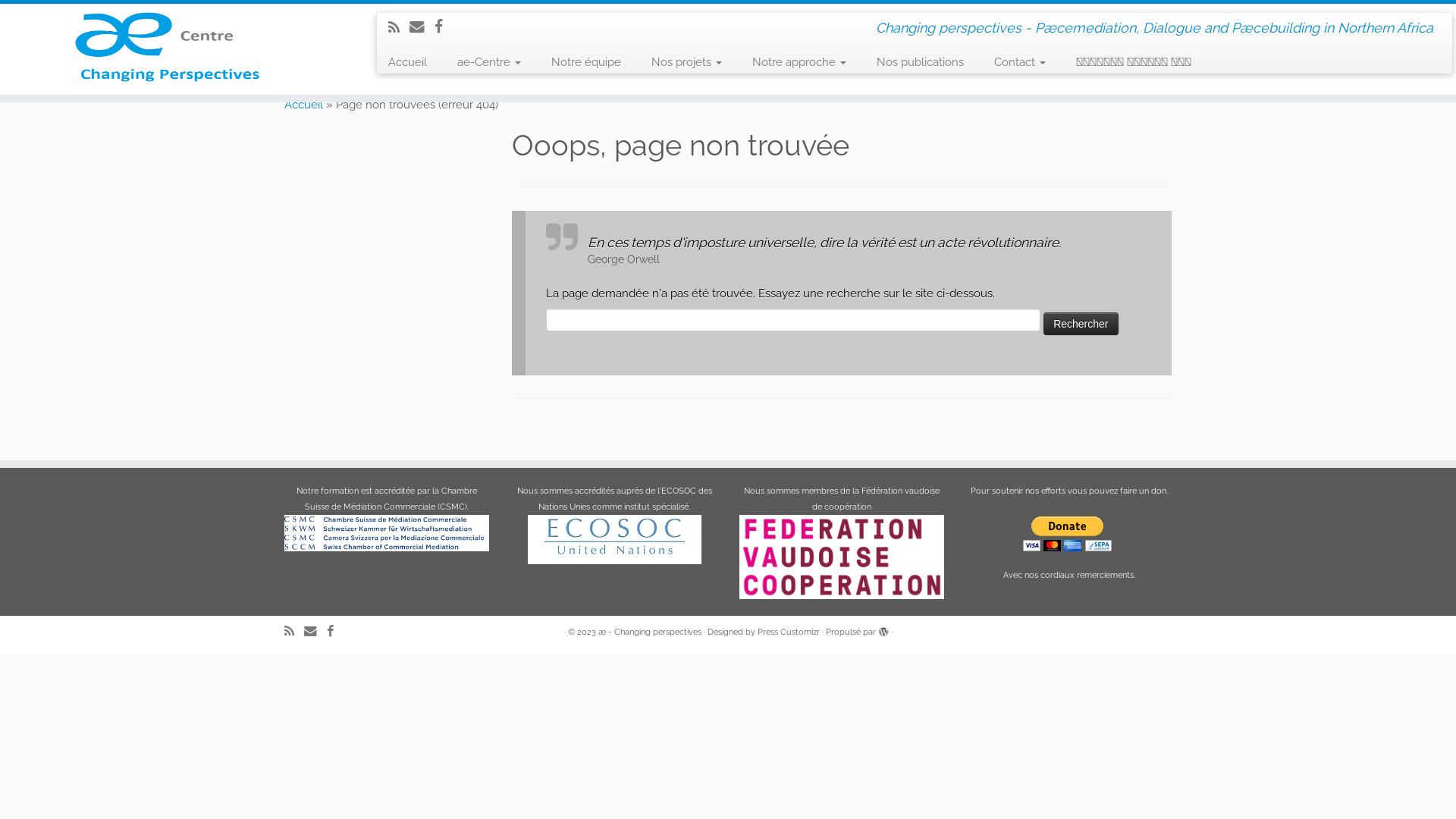 The image size is (1456, 819). What do you see at coordinates (919, 61) in the screenshot?
I see `'Nos publications'` at bounding box center [919, 61].